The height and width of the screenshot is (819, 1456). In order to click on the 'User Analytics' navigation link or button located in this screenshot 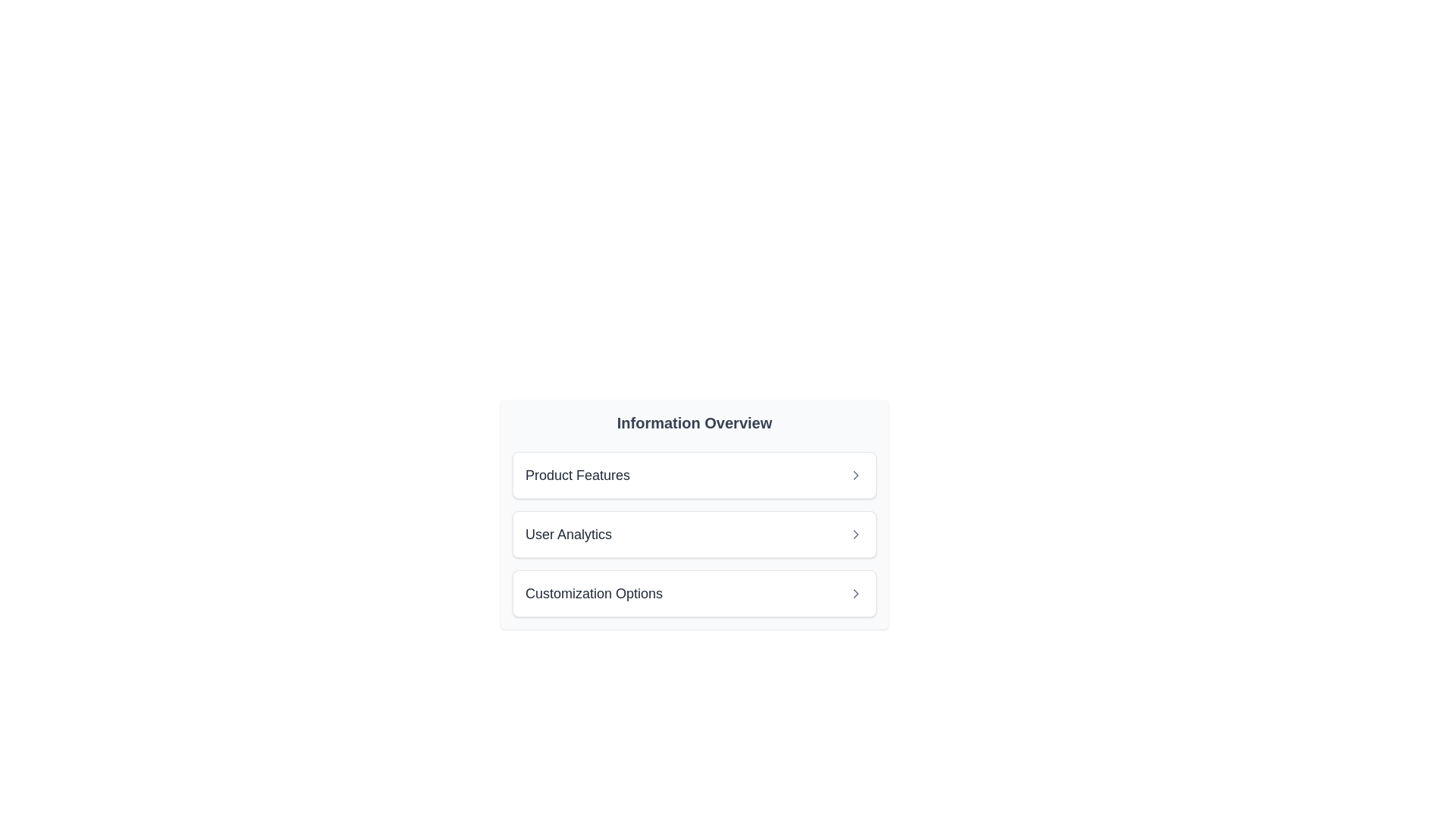, I will do `click(694, 534)`.